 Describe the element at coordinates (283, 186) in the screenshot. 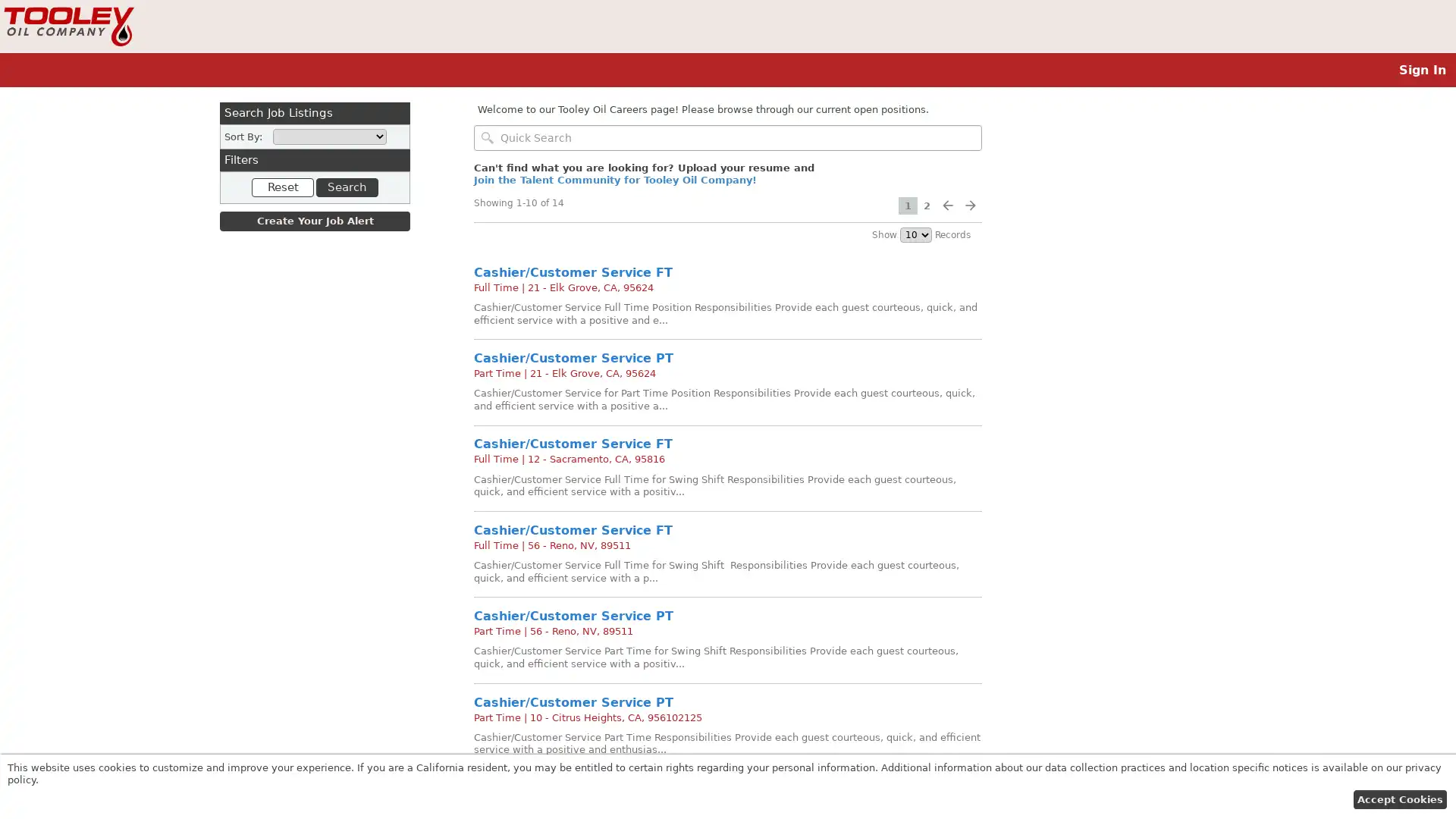

I see `Reset` at that location.